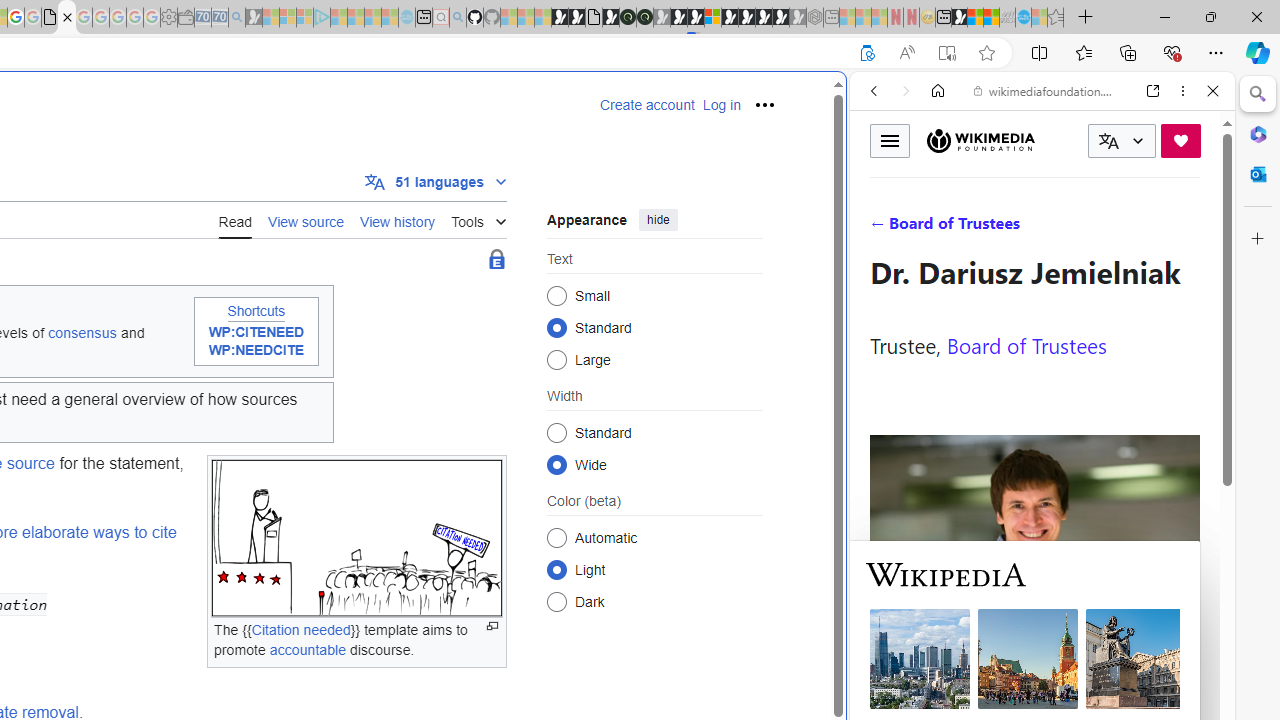 The width and height of the screenshot is (1280, 720). What do you see at coordinates (763, 105) in the screenshot?
I see `'Personal tools'` at bounding box center [763, 105].